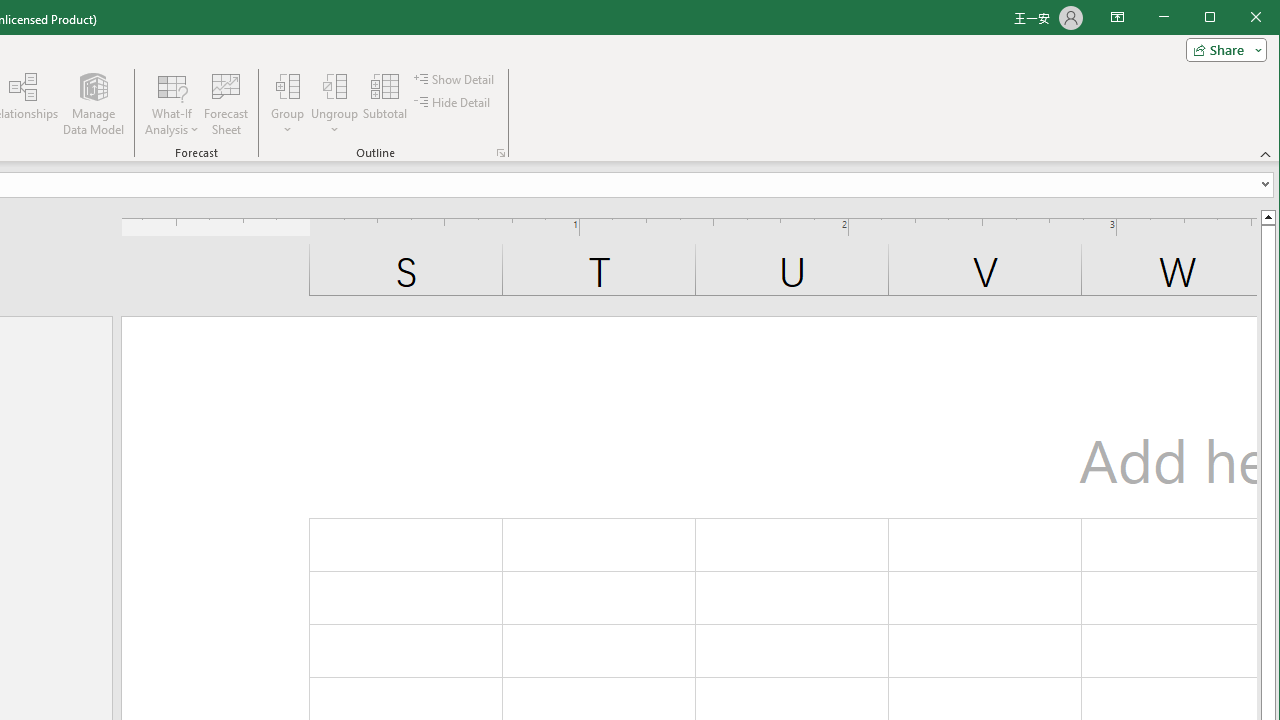  I want to click on 'Maximize', so click(1238, 19).